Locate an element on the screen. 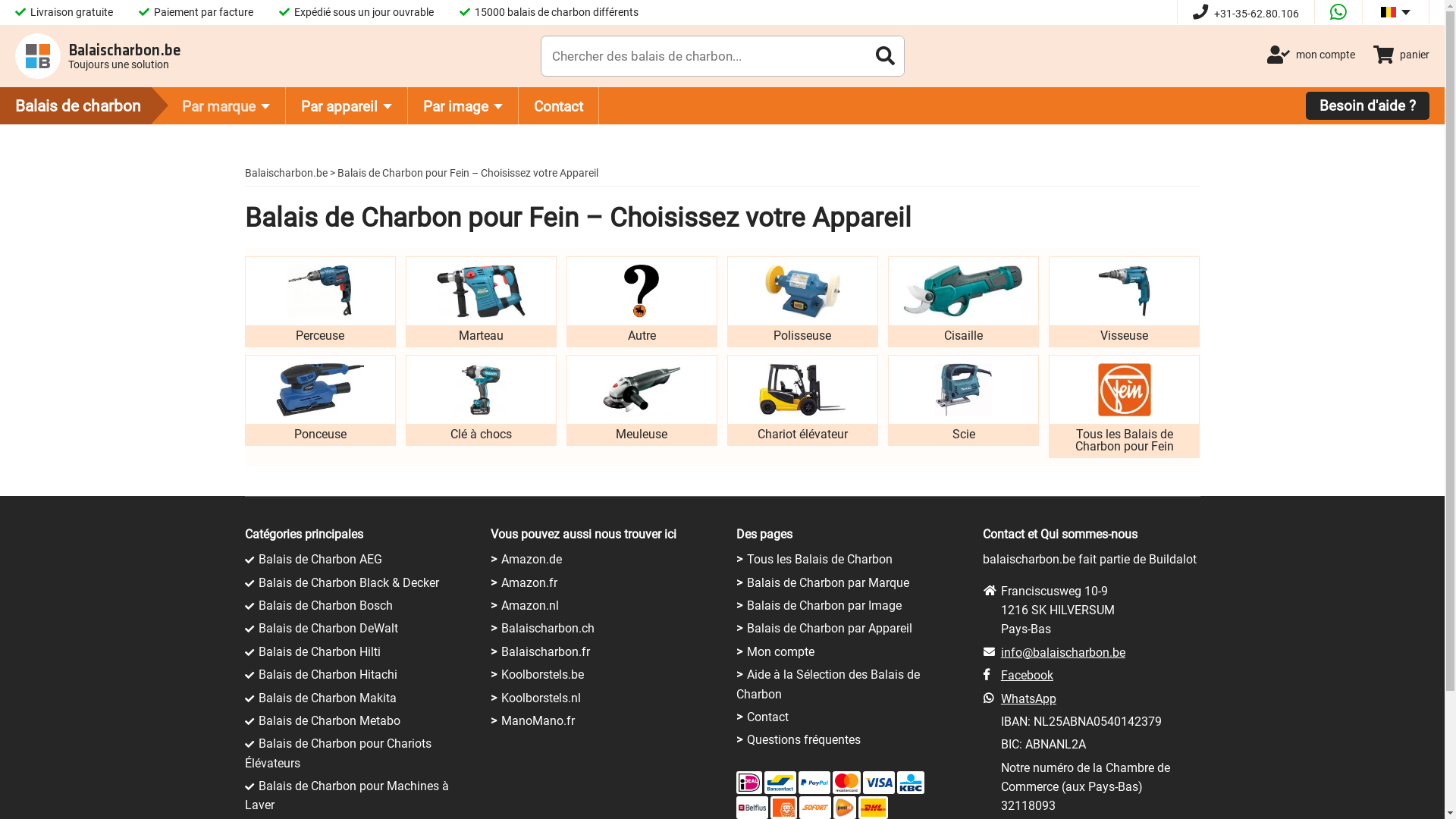 The width and height of the screenshot is (1456, 819). 'panier' is located at coordinates (1373, 54).